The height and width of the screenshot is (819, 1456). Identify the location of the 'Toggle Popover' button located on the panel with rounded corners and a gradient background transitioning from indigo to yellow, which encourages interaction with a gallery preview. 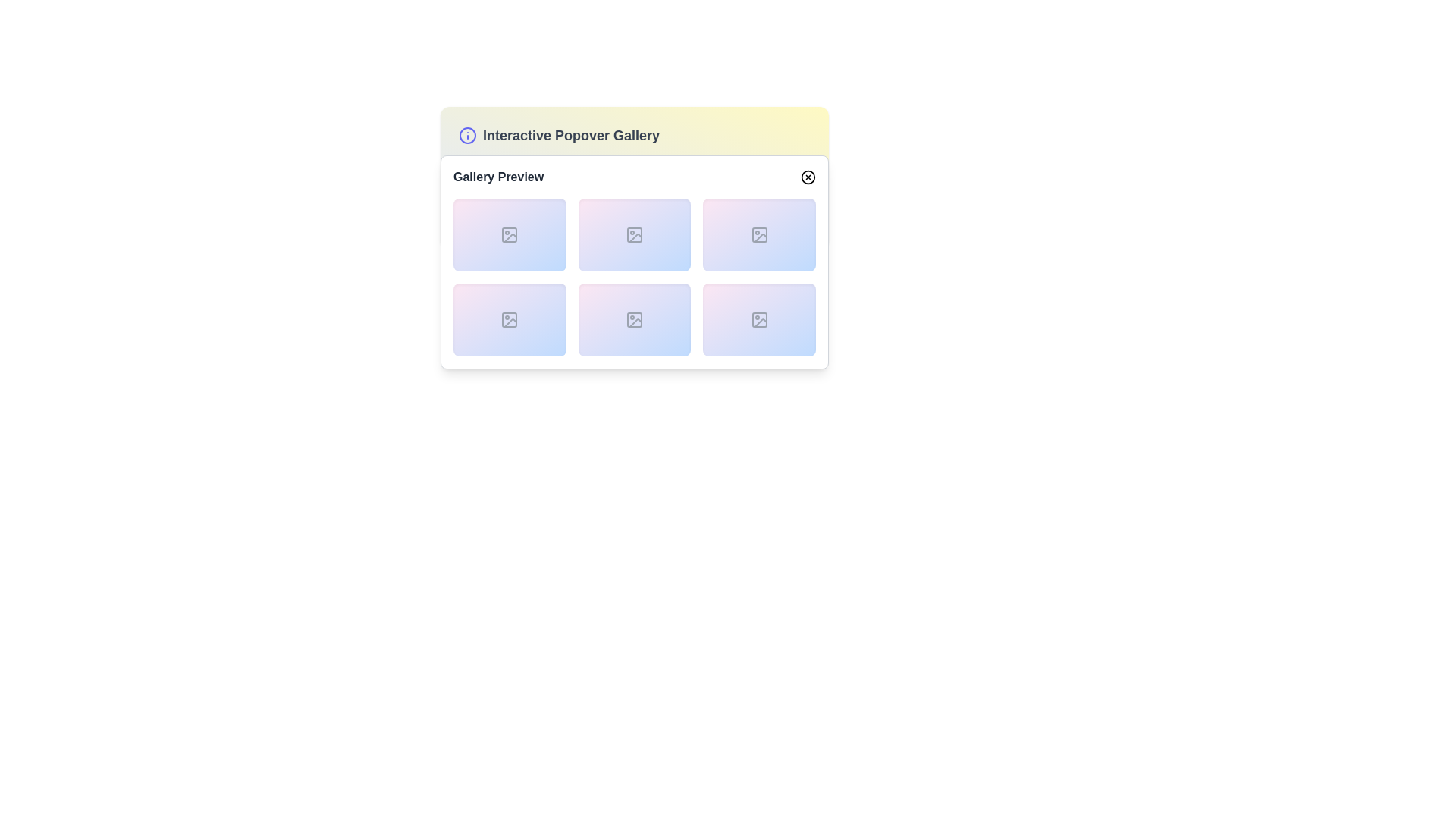
(634, 177).